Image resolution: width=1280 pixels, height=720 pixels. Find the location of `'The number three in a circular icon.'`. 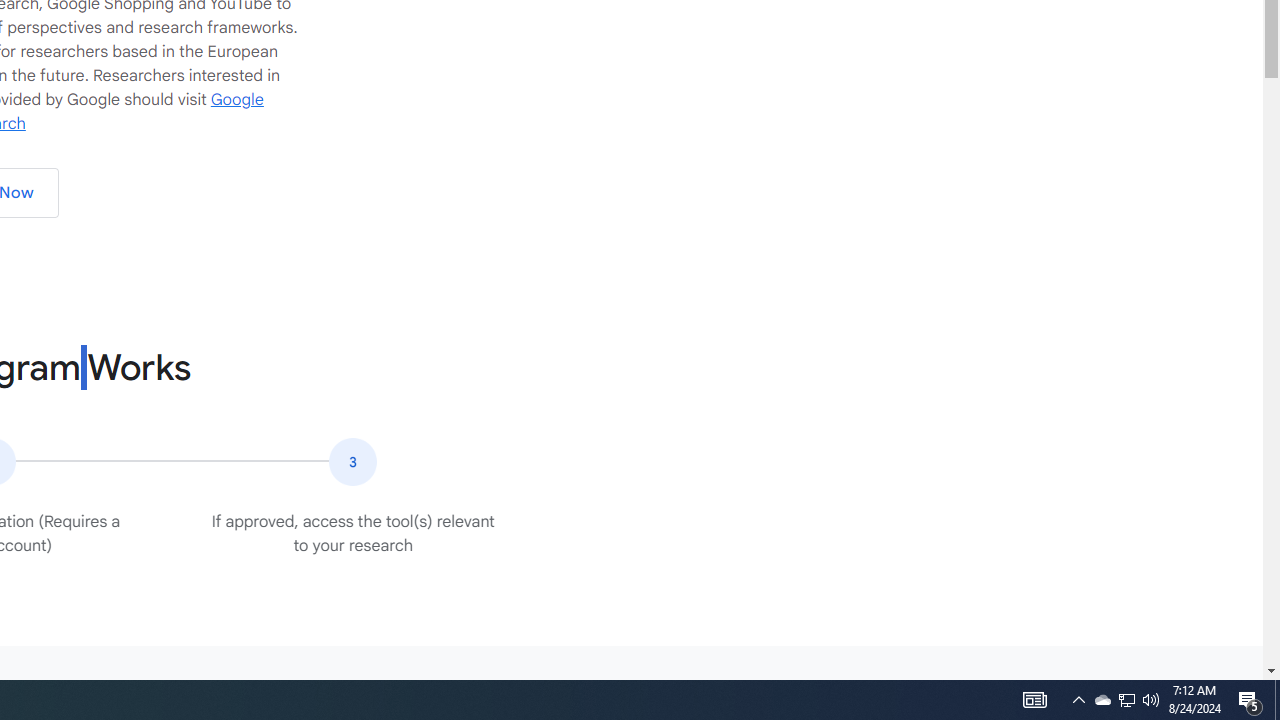

'The number three in a circular icon.' is located at coordinates (353, 461).